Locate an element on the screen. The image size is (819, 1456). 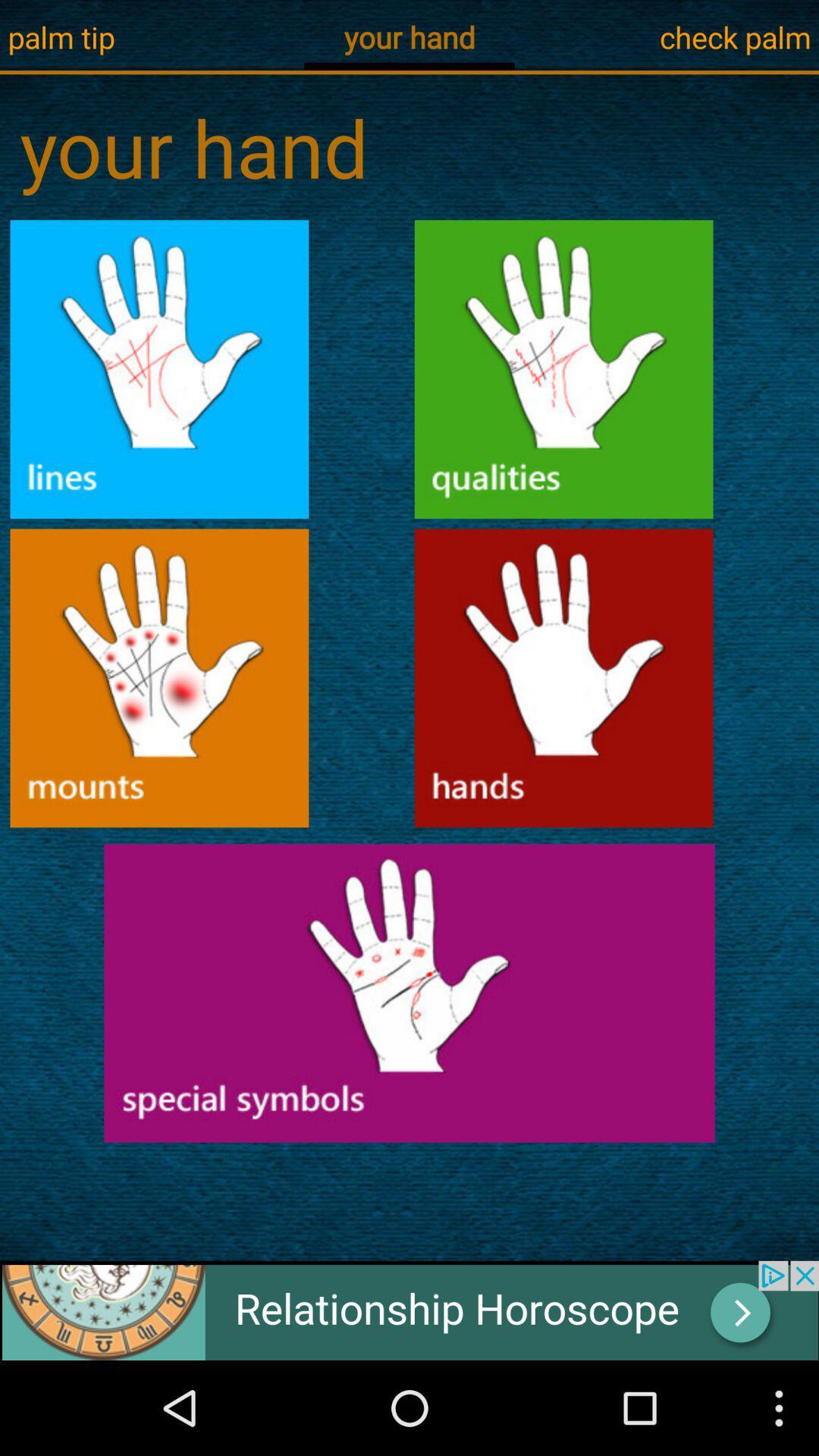
icon for hand qualities is located at coordinates (563, 369).